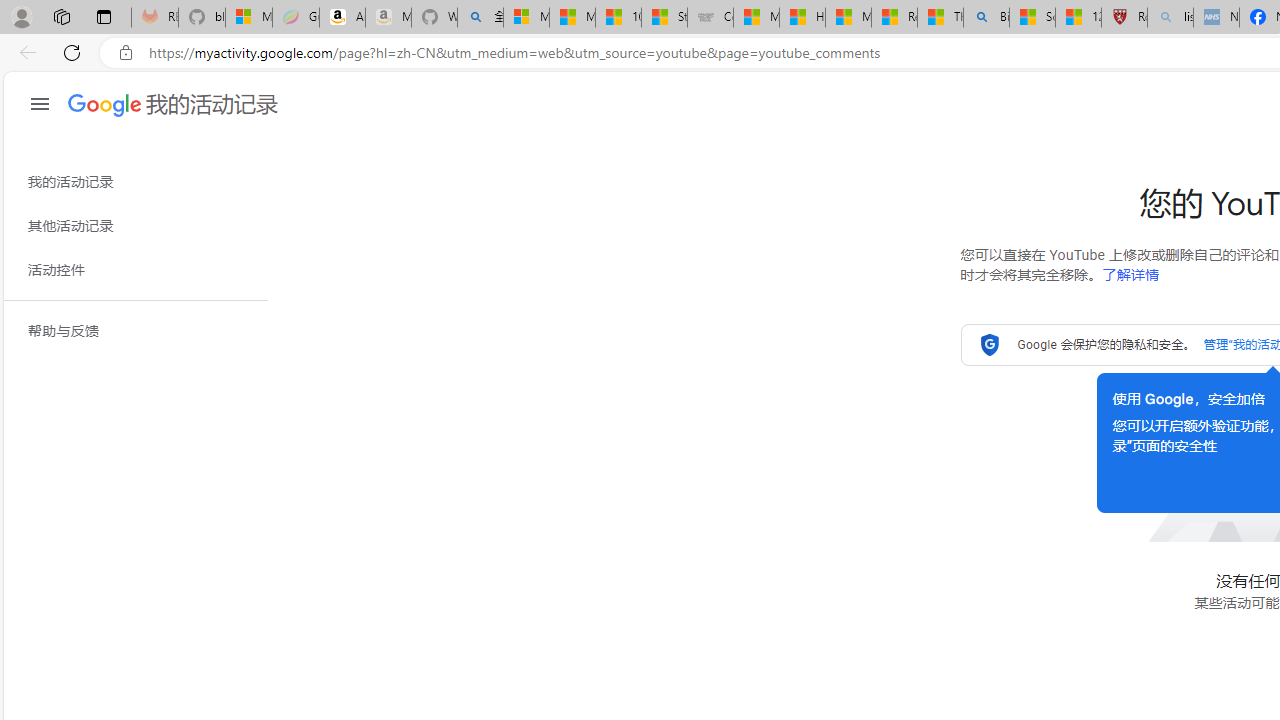  I want to click on 'Stocks - MSN', so click(664, 17).